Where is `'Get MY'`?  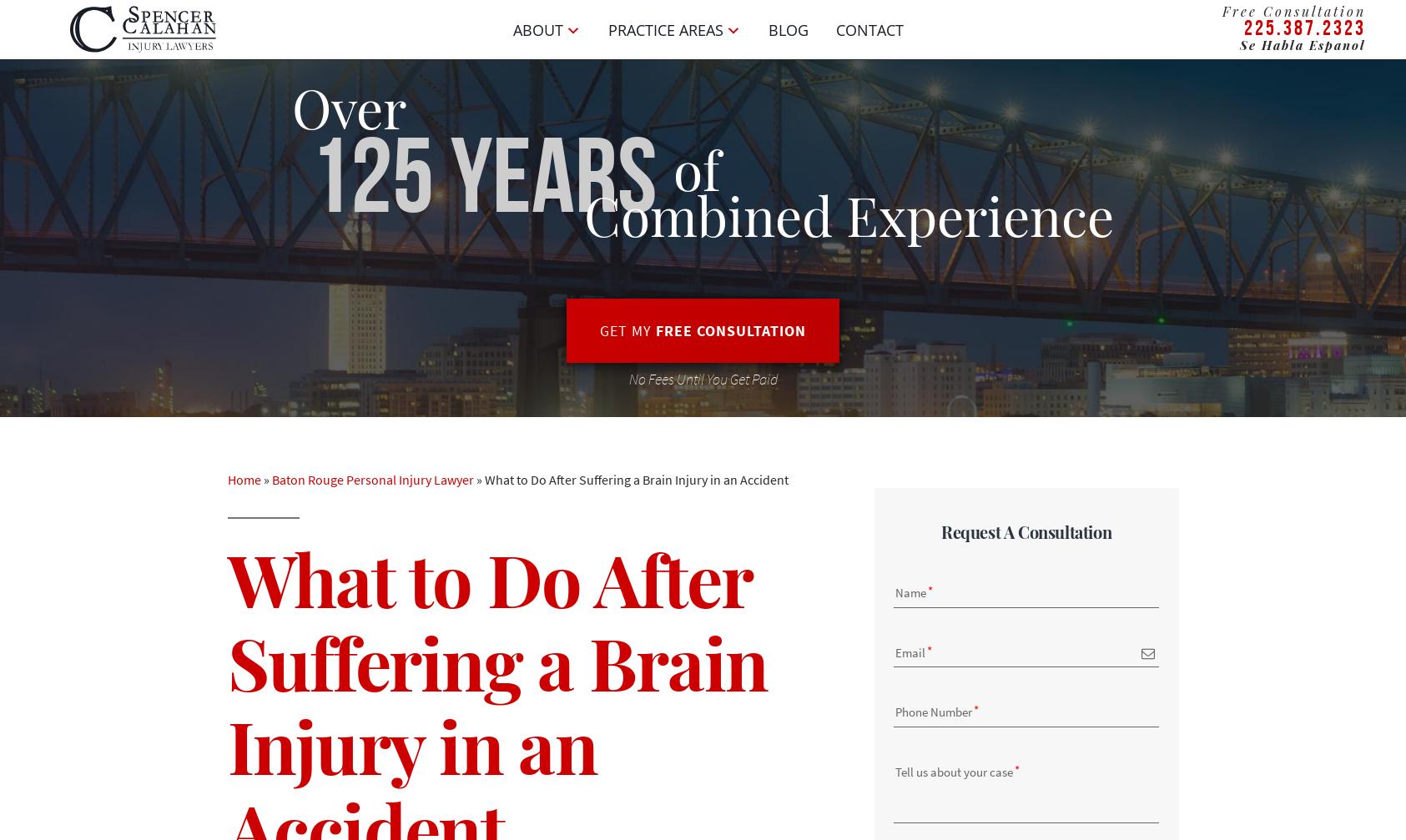
'Get MY' is located at coordinates (627, 330).